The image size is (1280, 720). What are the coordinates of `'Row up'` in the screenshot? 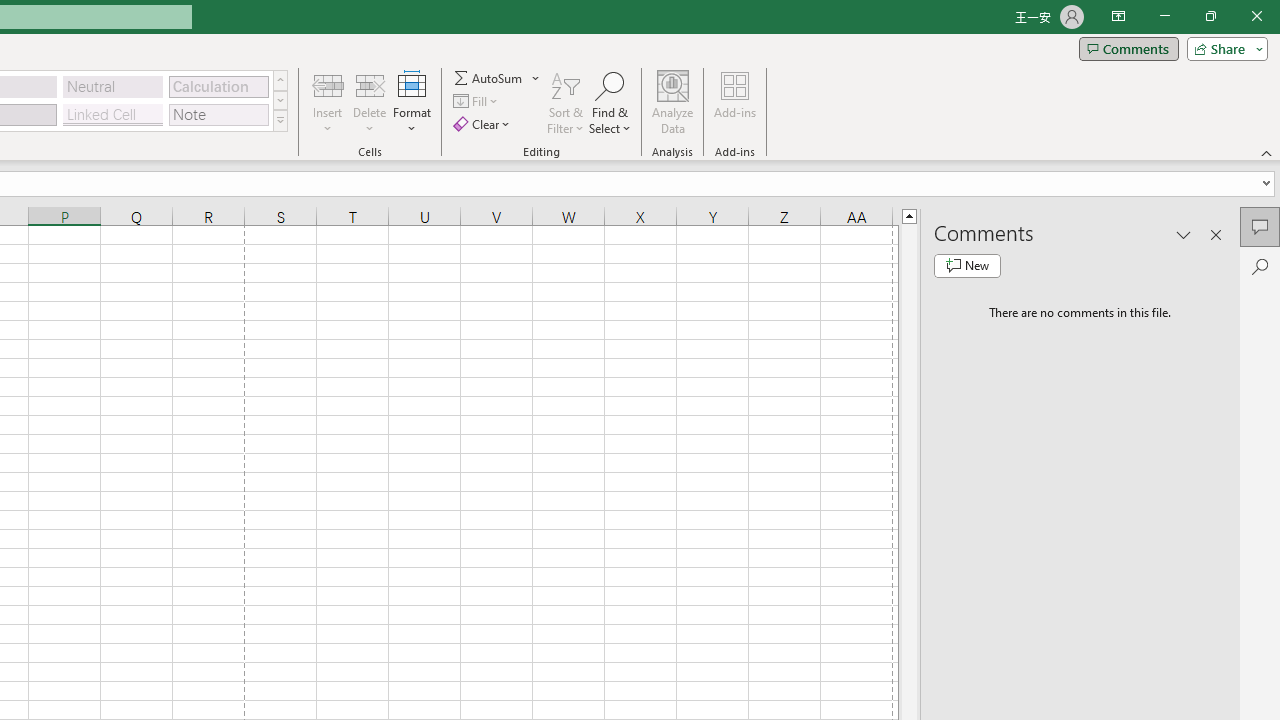 It's located at (279, 79).